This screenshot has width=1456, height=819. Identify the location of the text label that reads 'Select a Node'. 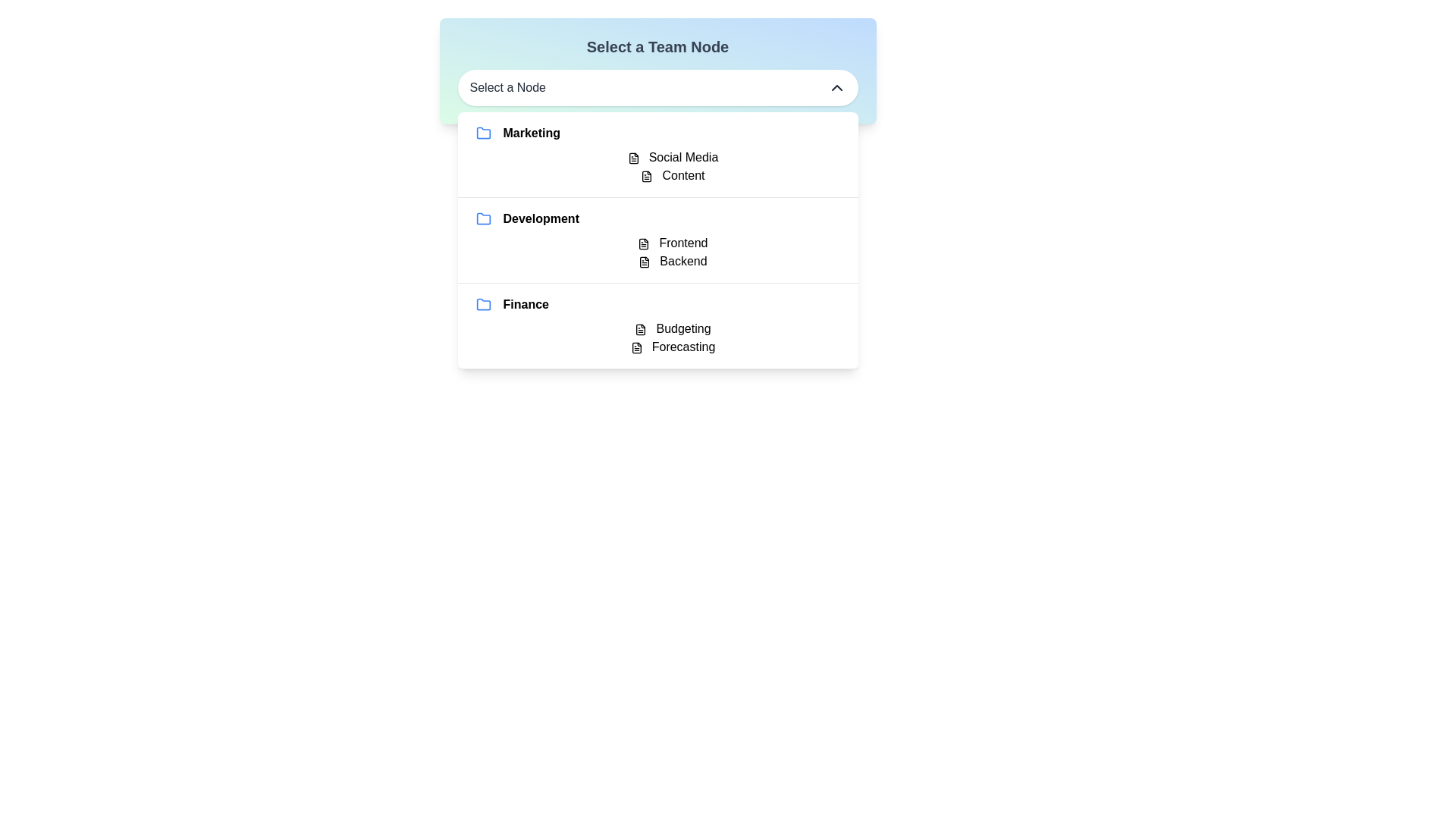
(507, 87).